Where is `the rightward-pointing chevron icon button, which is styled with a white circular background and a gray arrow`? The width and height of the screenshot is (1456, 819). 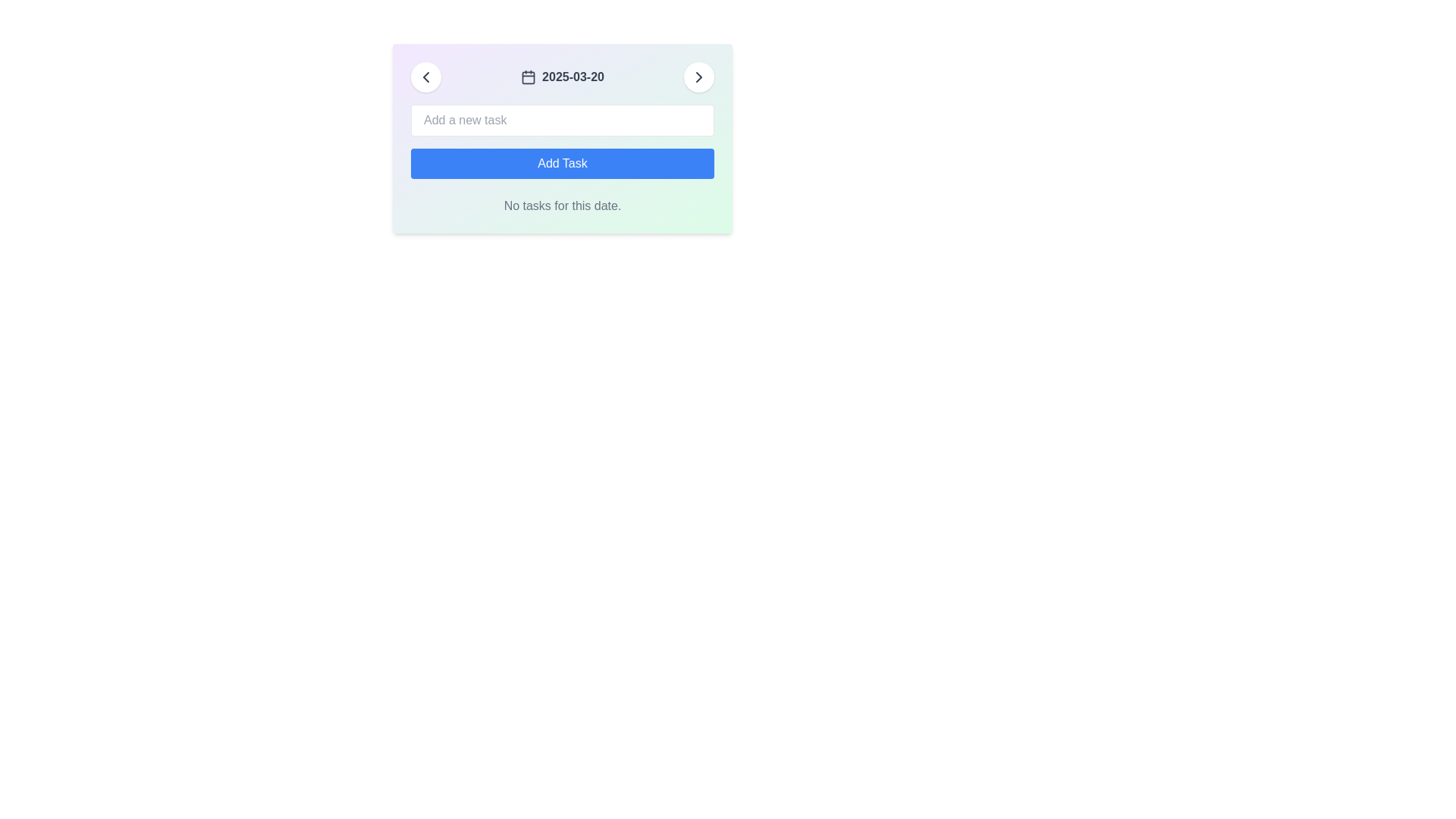
the rightward-pointing chevron icon button, which is styled with a white circular background and a gray arrow is located at coordinates (698, 77).